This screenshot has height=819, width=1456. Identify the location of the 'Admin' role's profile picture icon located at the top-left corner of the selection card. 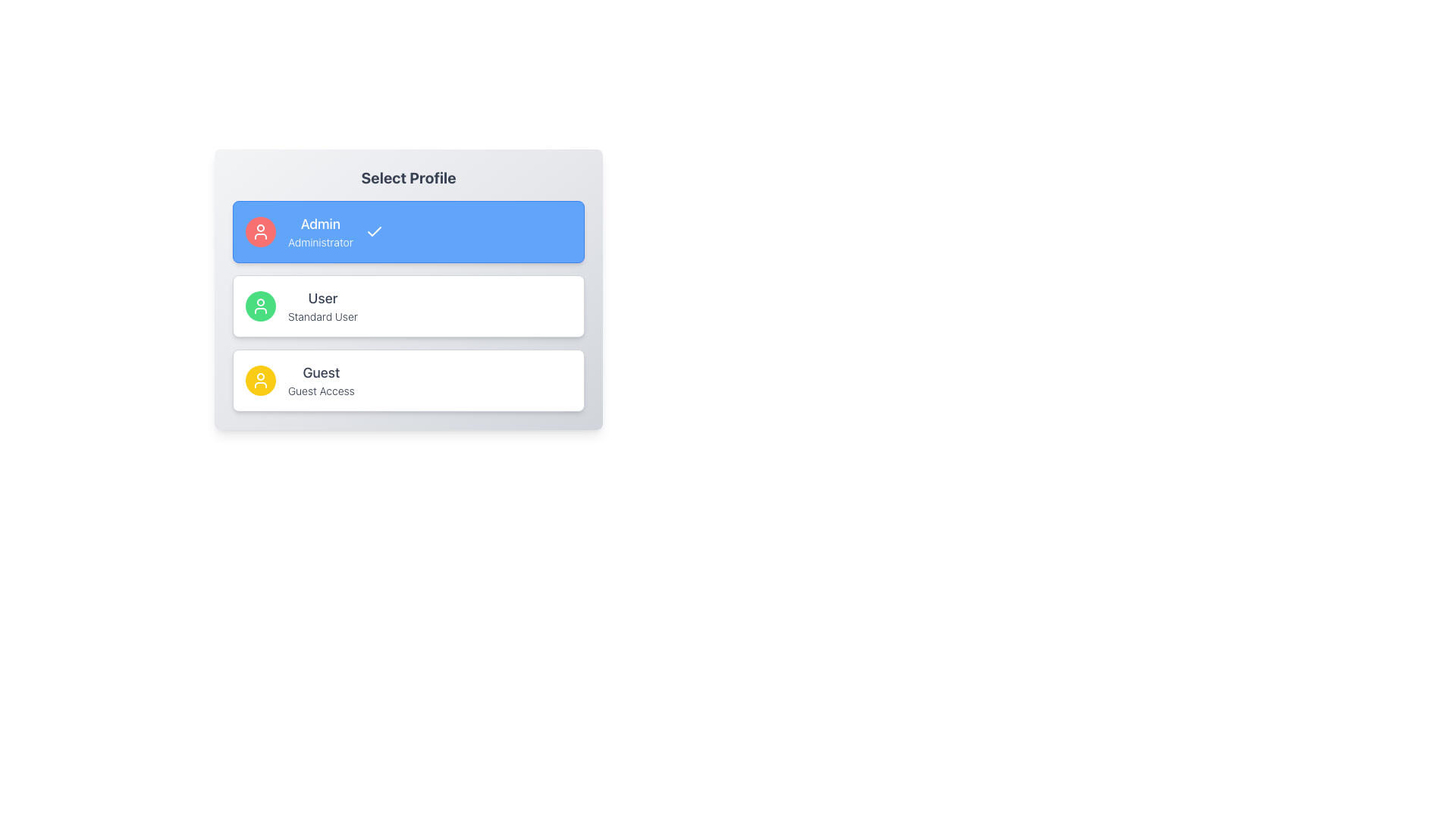
(261, 231).